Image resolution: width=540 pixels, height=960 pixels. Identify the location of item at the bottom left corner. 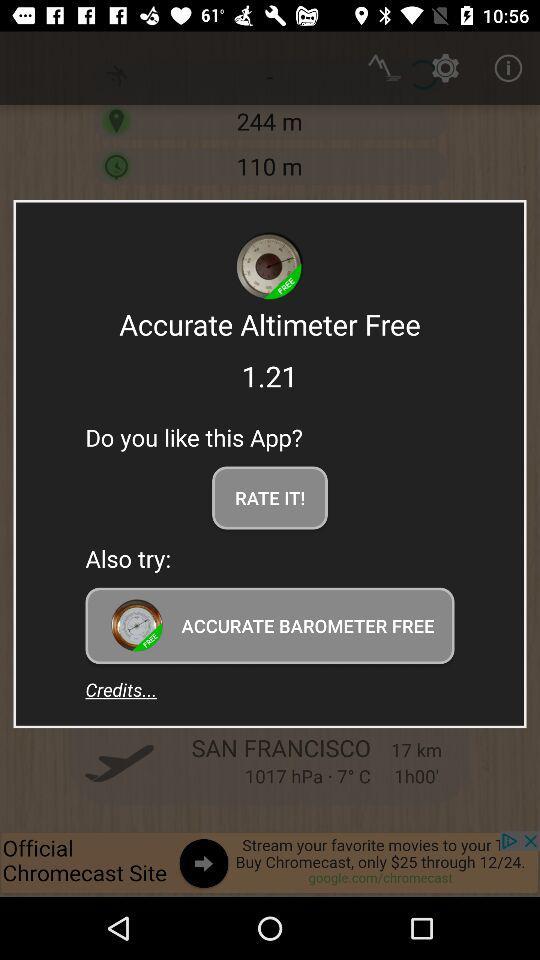
(121, 689).